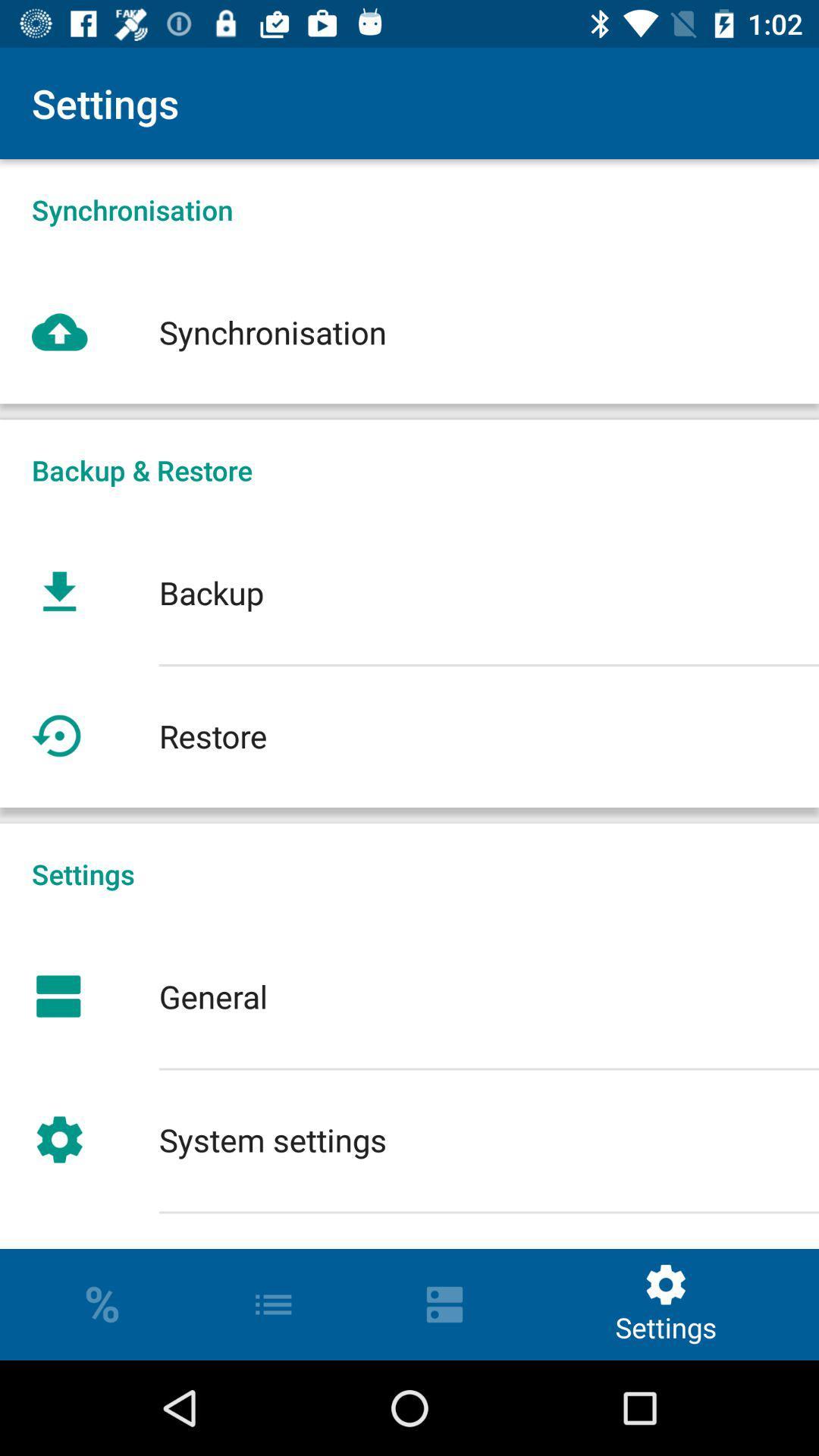 The image size is (819, 1456). I want to click on item above the sort order settings item, so click(409, 1139).